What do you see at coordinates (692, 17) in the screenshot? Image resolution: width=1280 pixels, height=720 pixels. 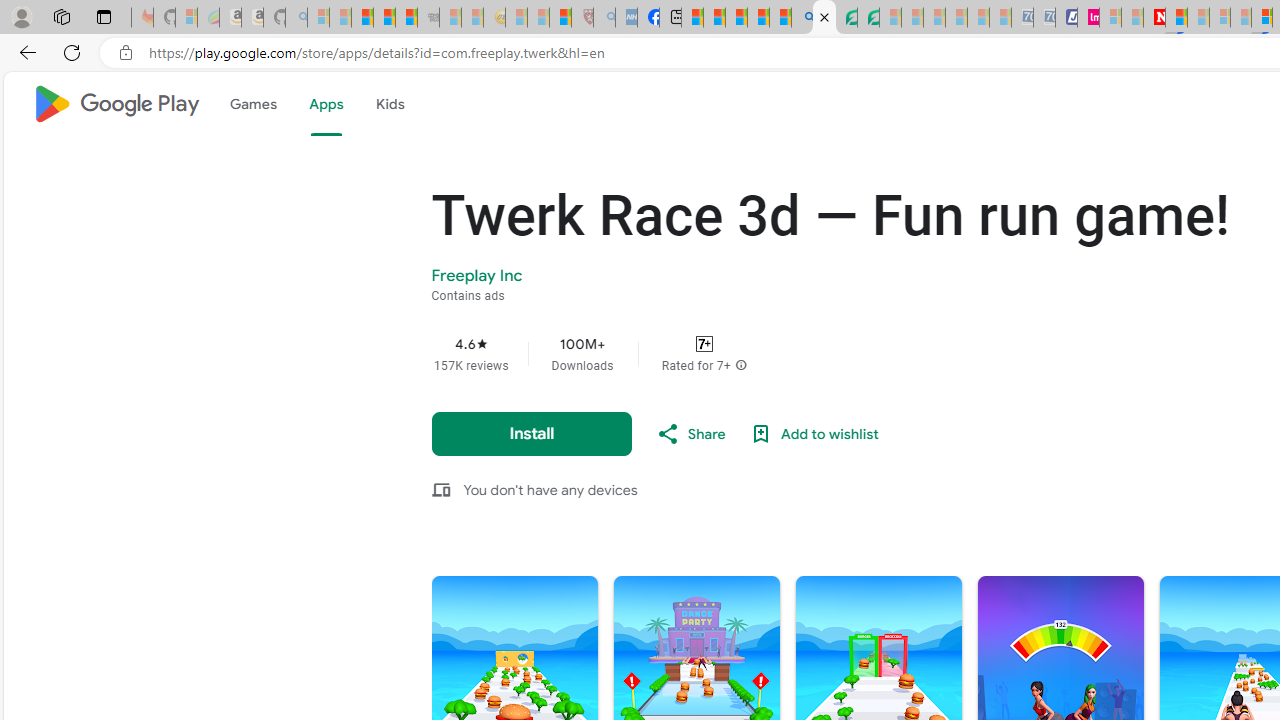 I see `'MSNBC - MSN'` at bounding box center [692, 17].